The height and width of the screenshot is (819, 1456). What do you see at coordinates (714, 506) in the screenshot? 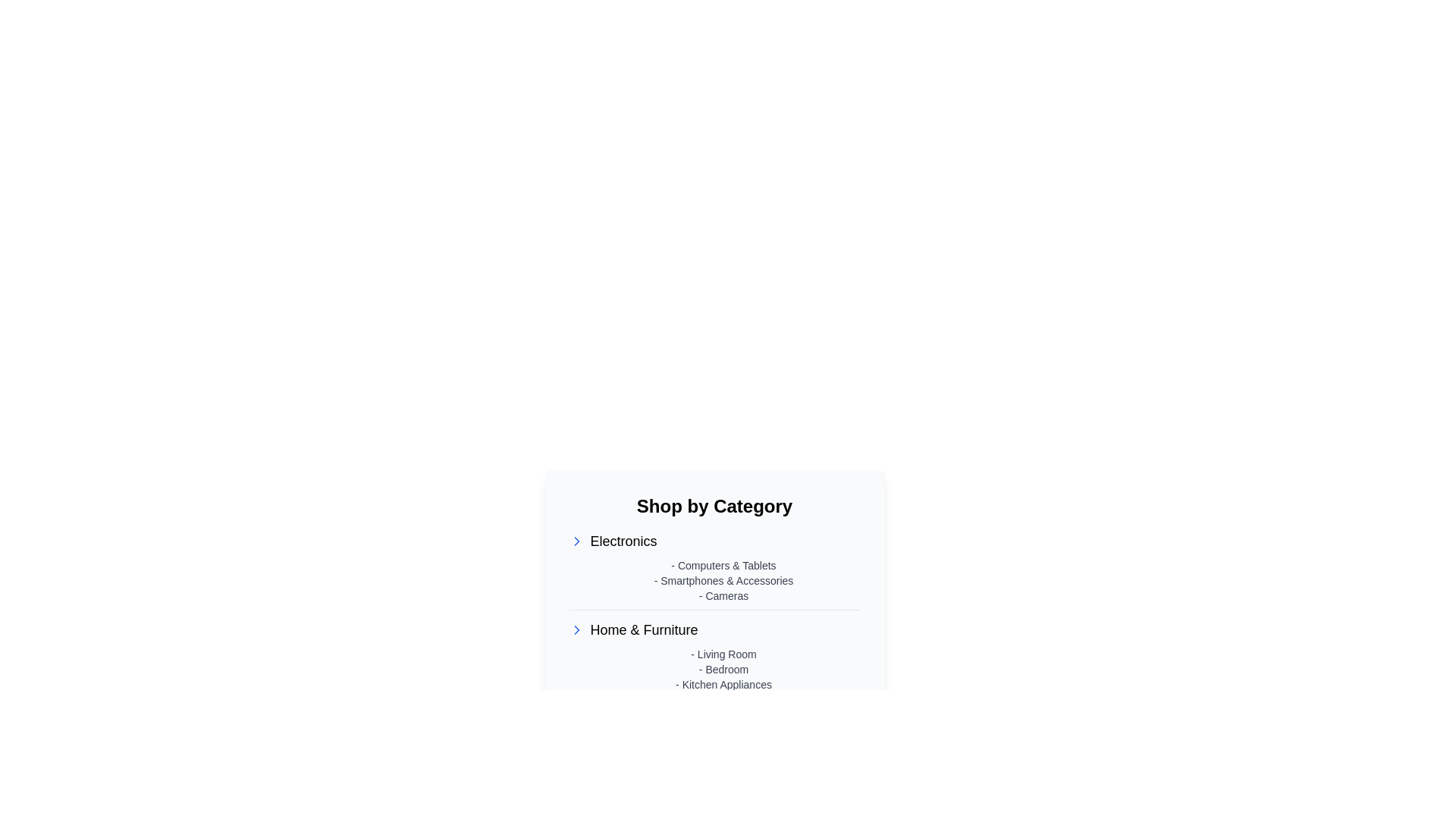
I see `header text element that serves as the title for the category browser, located at the top of the section` at bounding box center [714, 506].